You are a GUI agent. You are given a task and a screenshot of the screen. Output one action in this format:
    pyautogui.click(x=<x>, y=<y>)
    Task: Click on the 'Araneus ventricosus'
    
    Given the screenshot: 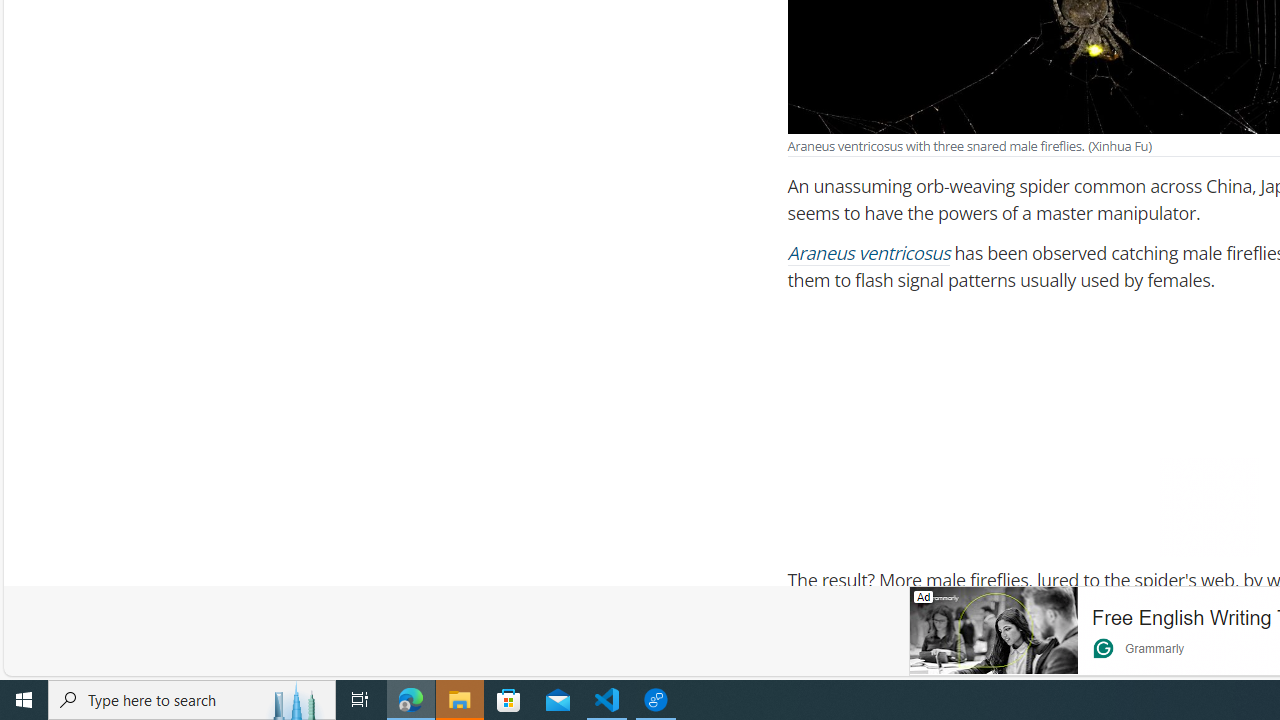 What is the action you would take?
    pyautogui.click(x=869, y=253)
    